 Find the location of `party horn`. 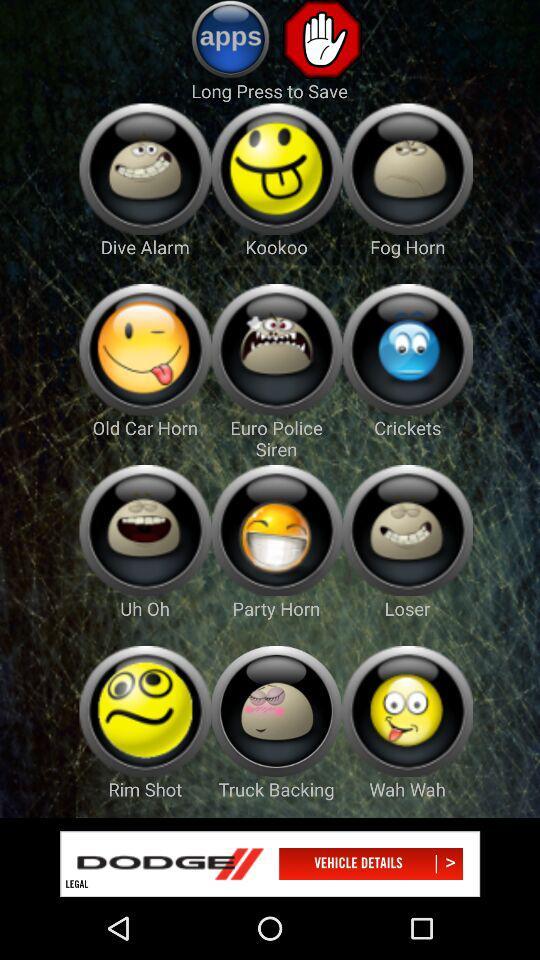

party horn is located at coordinates (275, 529).